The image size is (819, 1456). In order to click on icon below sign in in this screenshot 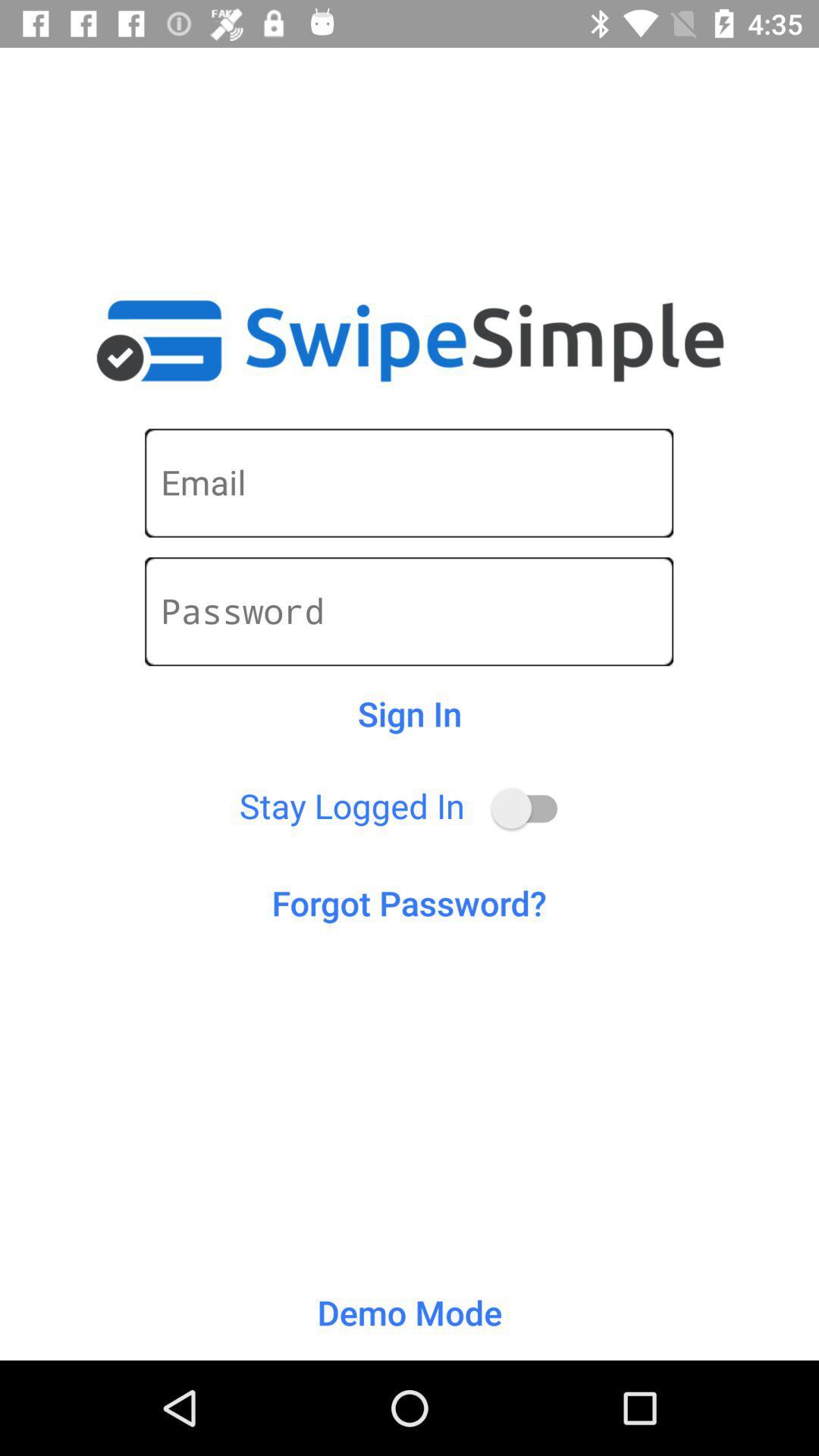, I will do `click(531, 808)`.